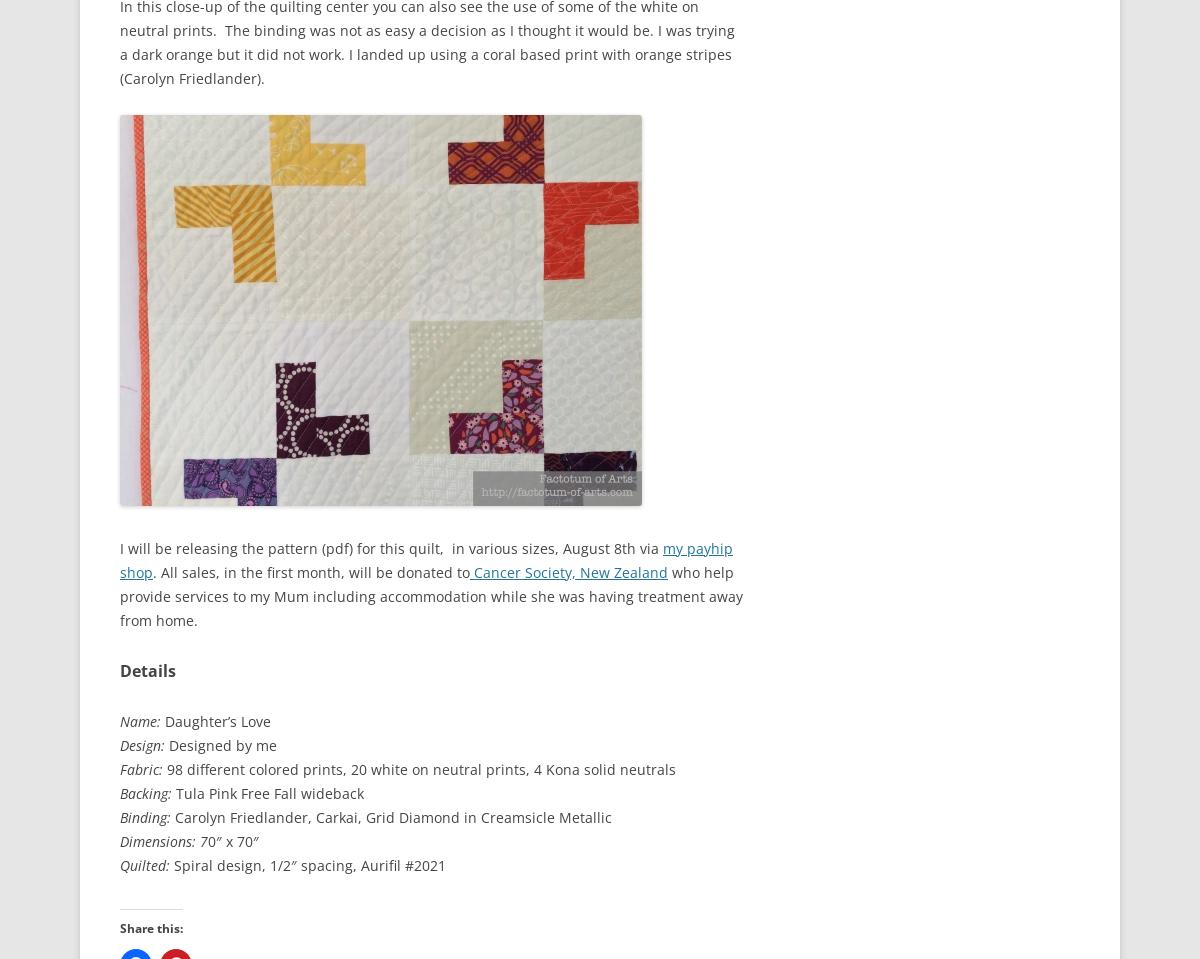 The height and width of the screenshot is (959, 1200). What do you see at coordinates (142, 744) in the screenshot?
I see `'Design:'` at bounding box center [142, 744].